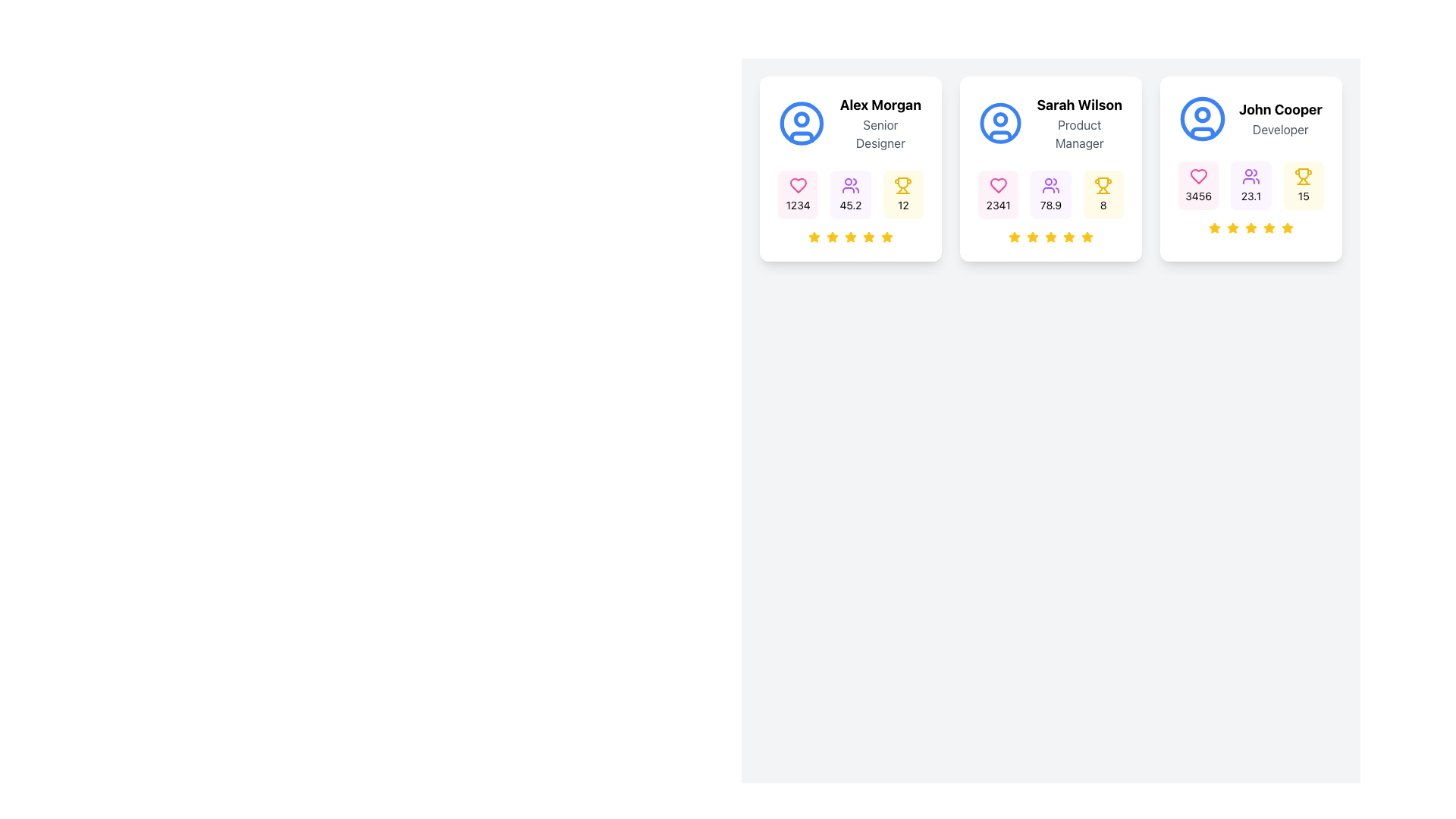 The image size is (1456, 819). I want to click on the text label displaying 'Product Manager' located in the middle card beneath 'Sarah Wilson', so click(1078, 133).